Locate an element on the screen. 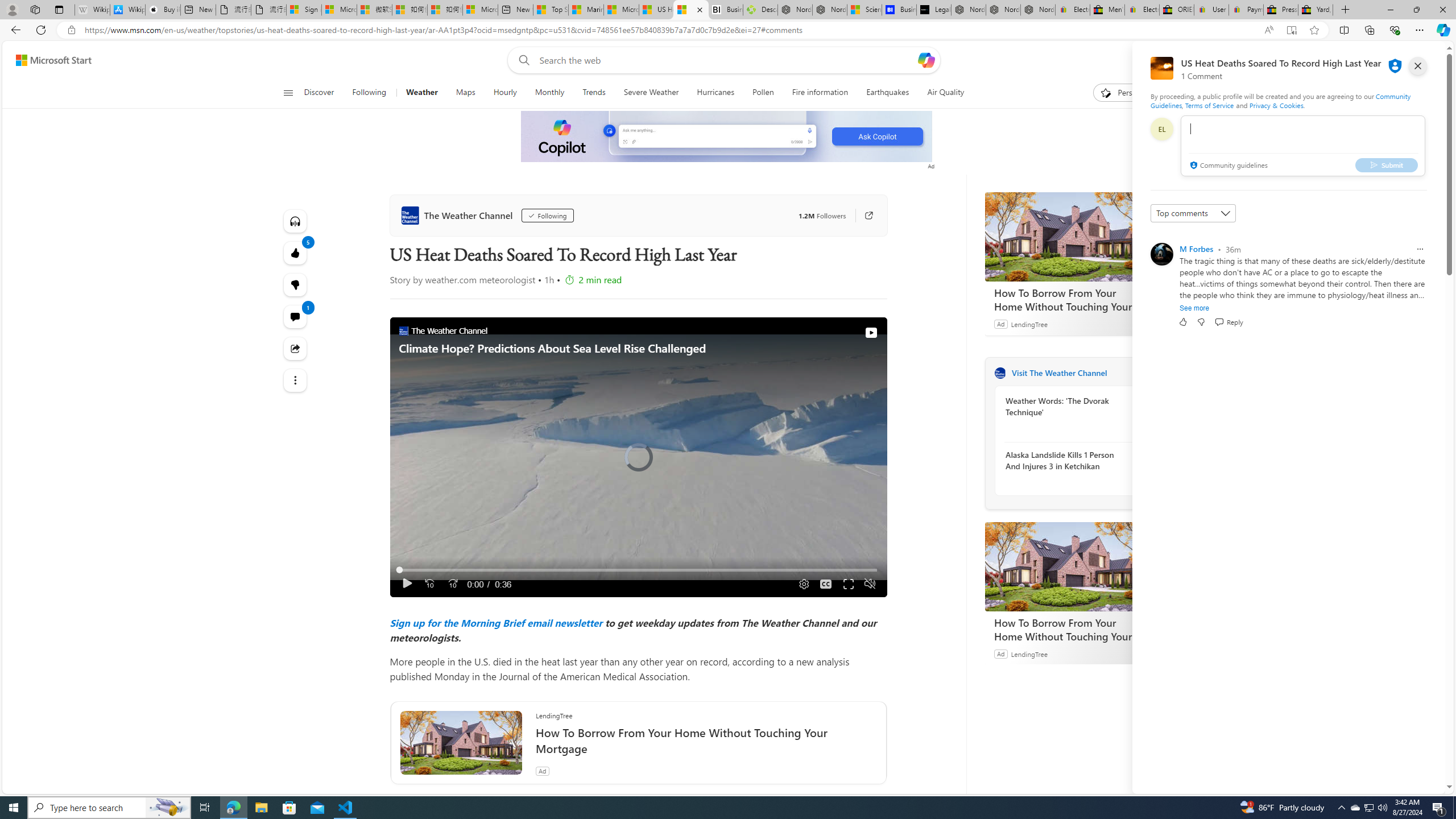 Image resolution: width=1456 pixels, height=819 pixels. 'Enhance video' is located at coordinates (1268, 30).